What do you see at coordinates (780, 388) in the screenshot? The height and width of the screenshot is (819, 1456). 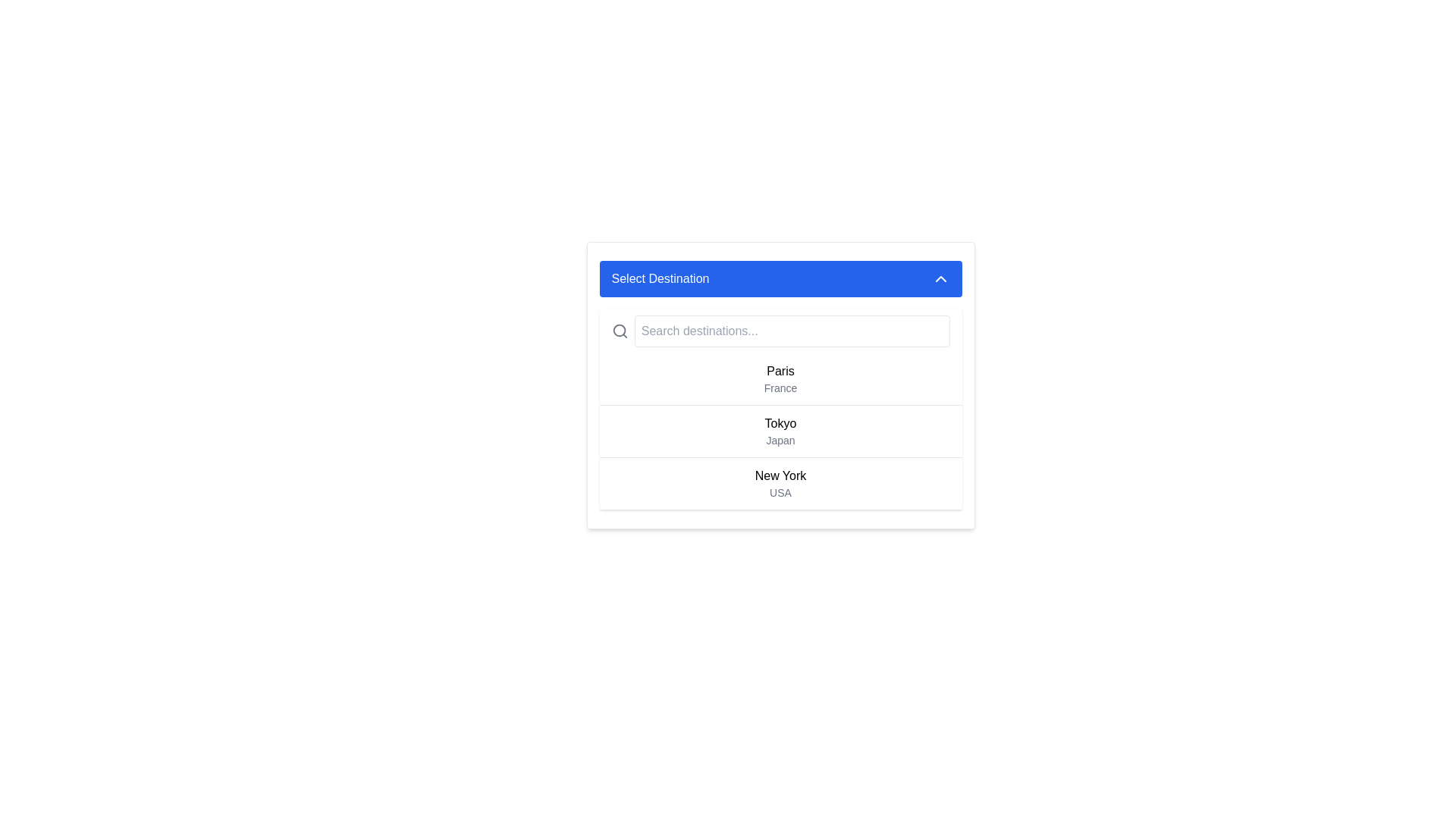 I see `the text element 'France', which is displayed in a smaller, gray font directly beneath 'Paris' in the selection list interface` at bounding box center [780, 388].